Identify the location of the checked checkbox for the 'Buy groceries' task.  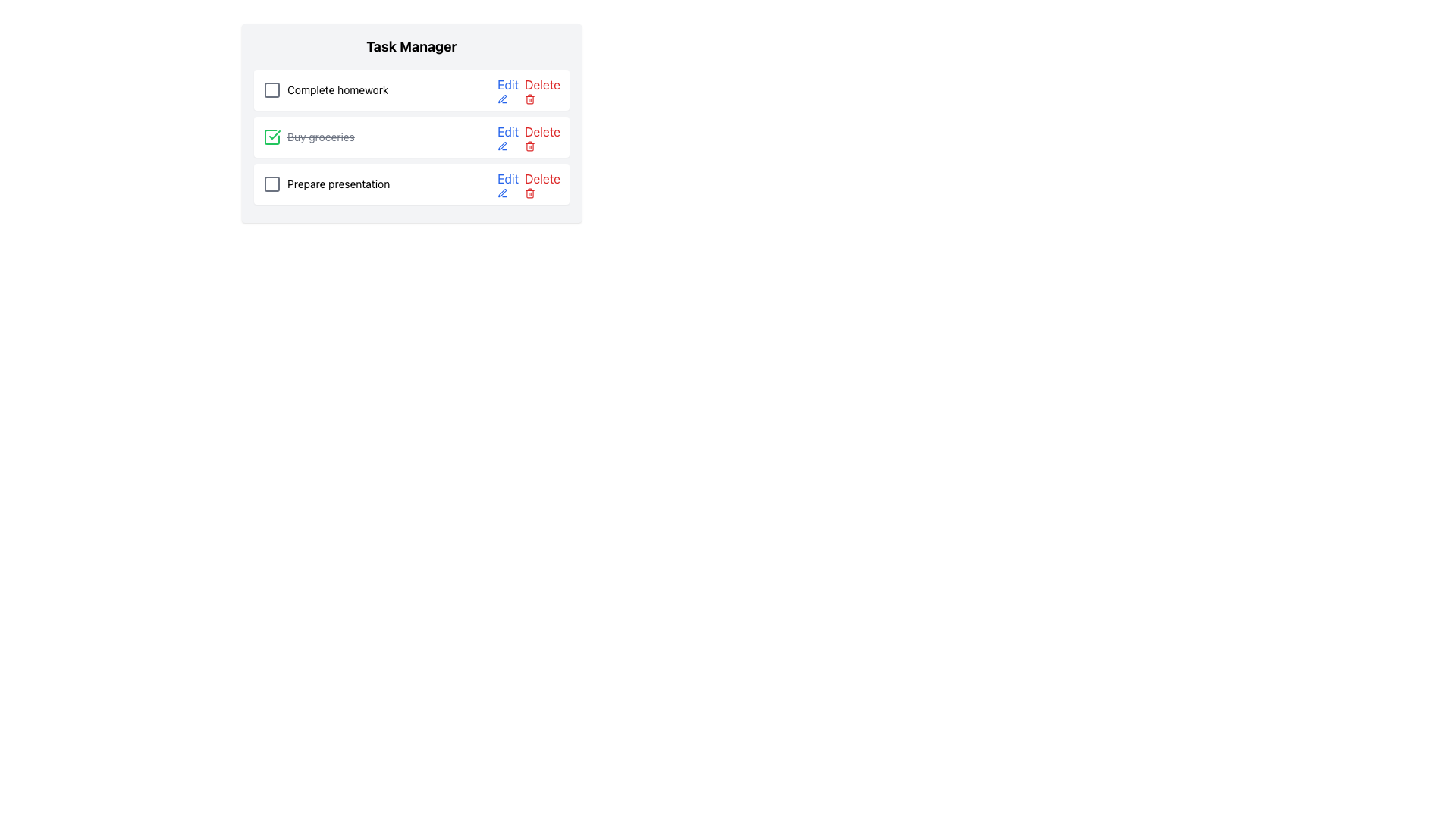
(272, 137).